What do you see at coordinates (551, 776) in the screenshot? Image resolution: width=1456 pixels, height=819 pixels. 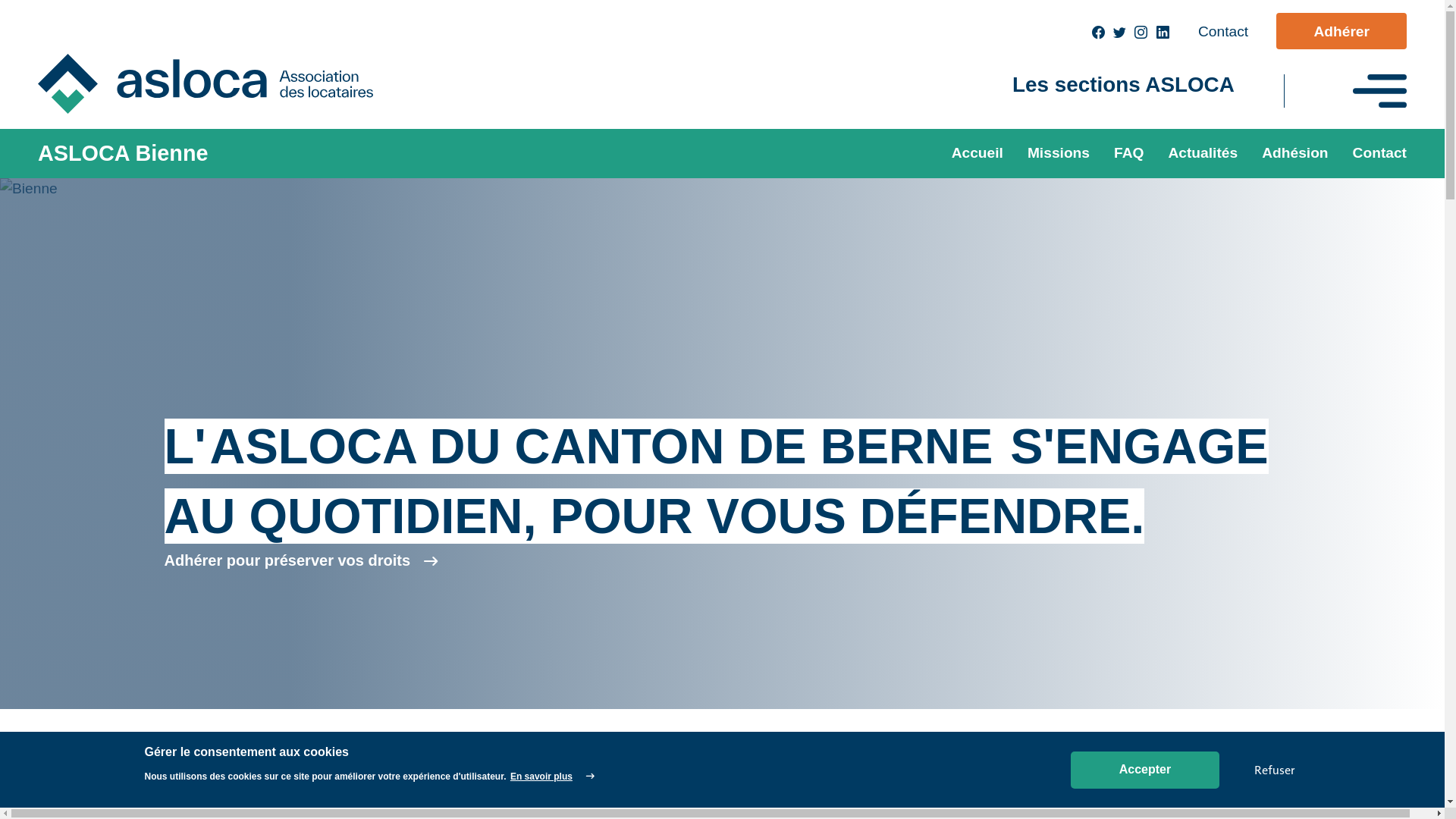 I see `'En savoir plus'` at bounding box center [551, 776].